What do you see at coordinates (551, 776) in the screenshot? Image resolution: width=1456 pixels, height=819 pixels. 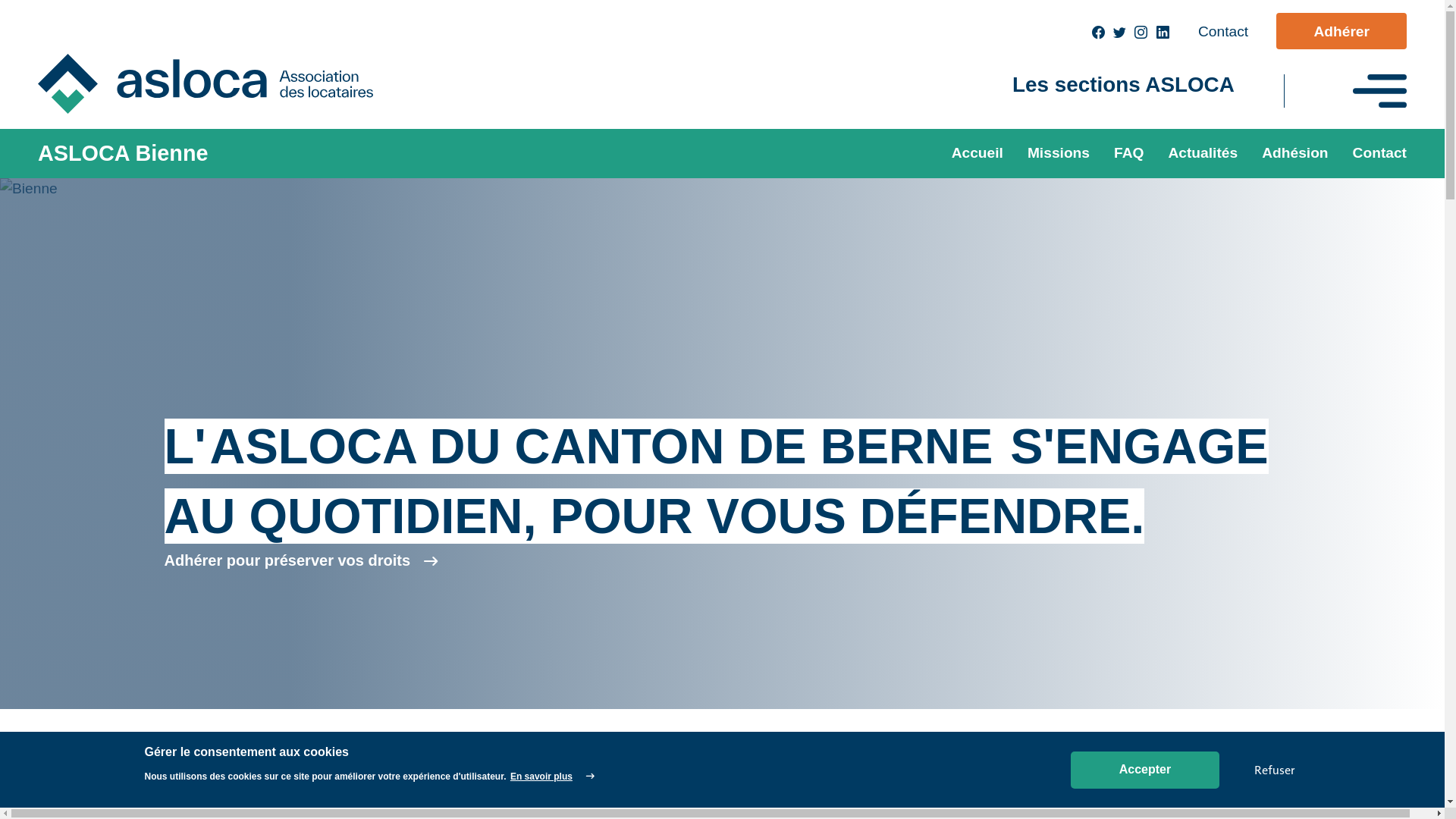 I see `'En savoir plus'` at bounding box center [551, 776].